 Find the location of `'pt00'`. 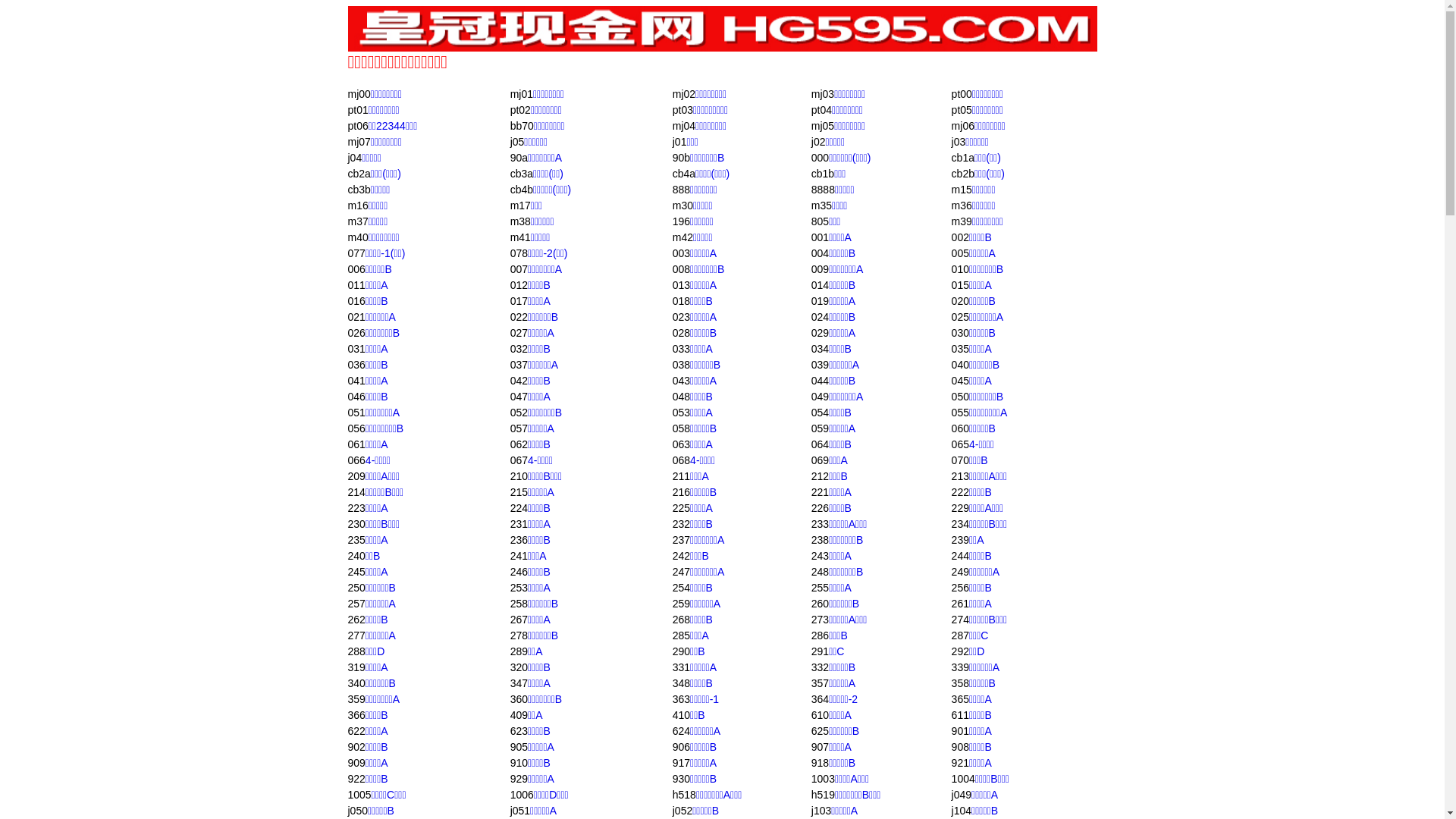

'pt00' is located at coordinates (961, 93).